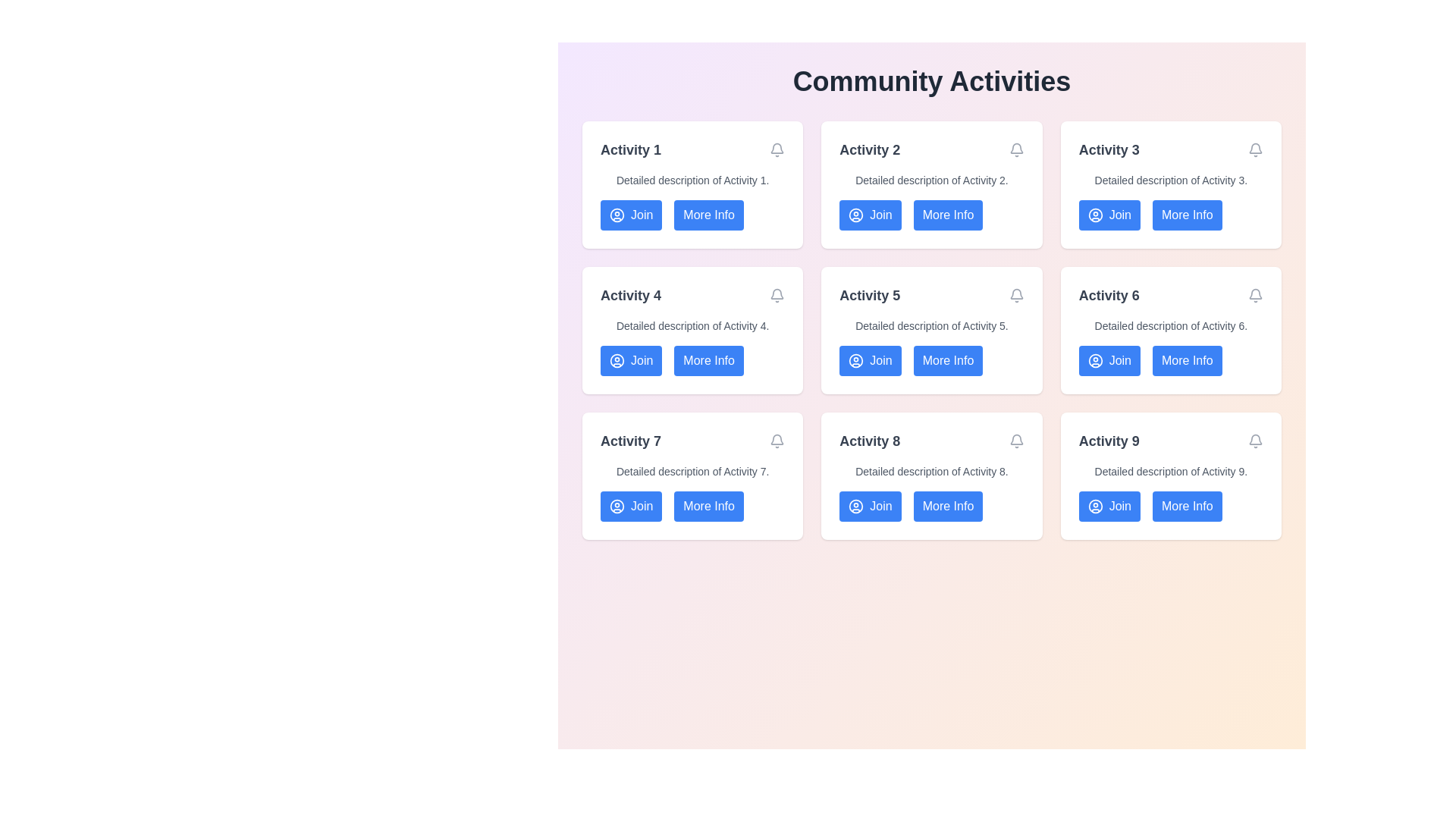 This screenshot has height=819, width=1456. What do you see at coordinates (1256, 438) in the screenshot?
I see `the bell-shaped notification icon located` at bounding box center [1256, 438].